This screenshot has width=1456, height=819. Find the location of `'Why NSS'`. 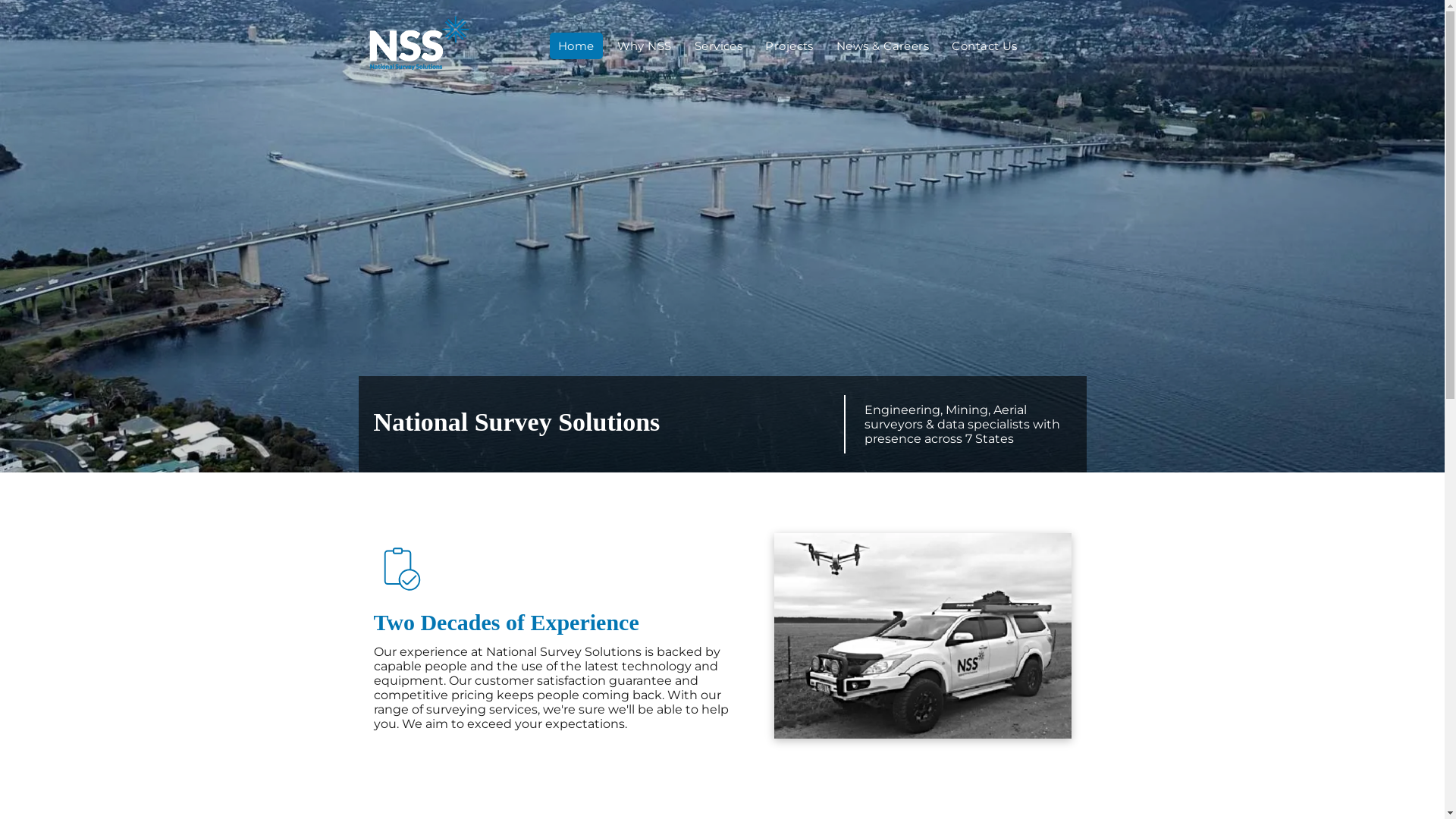

'Why NSS' is located at coordinates (644, 45).